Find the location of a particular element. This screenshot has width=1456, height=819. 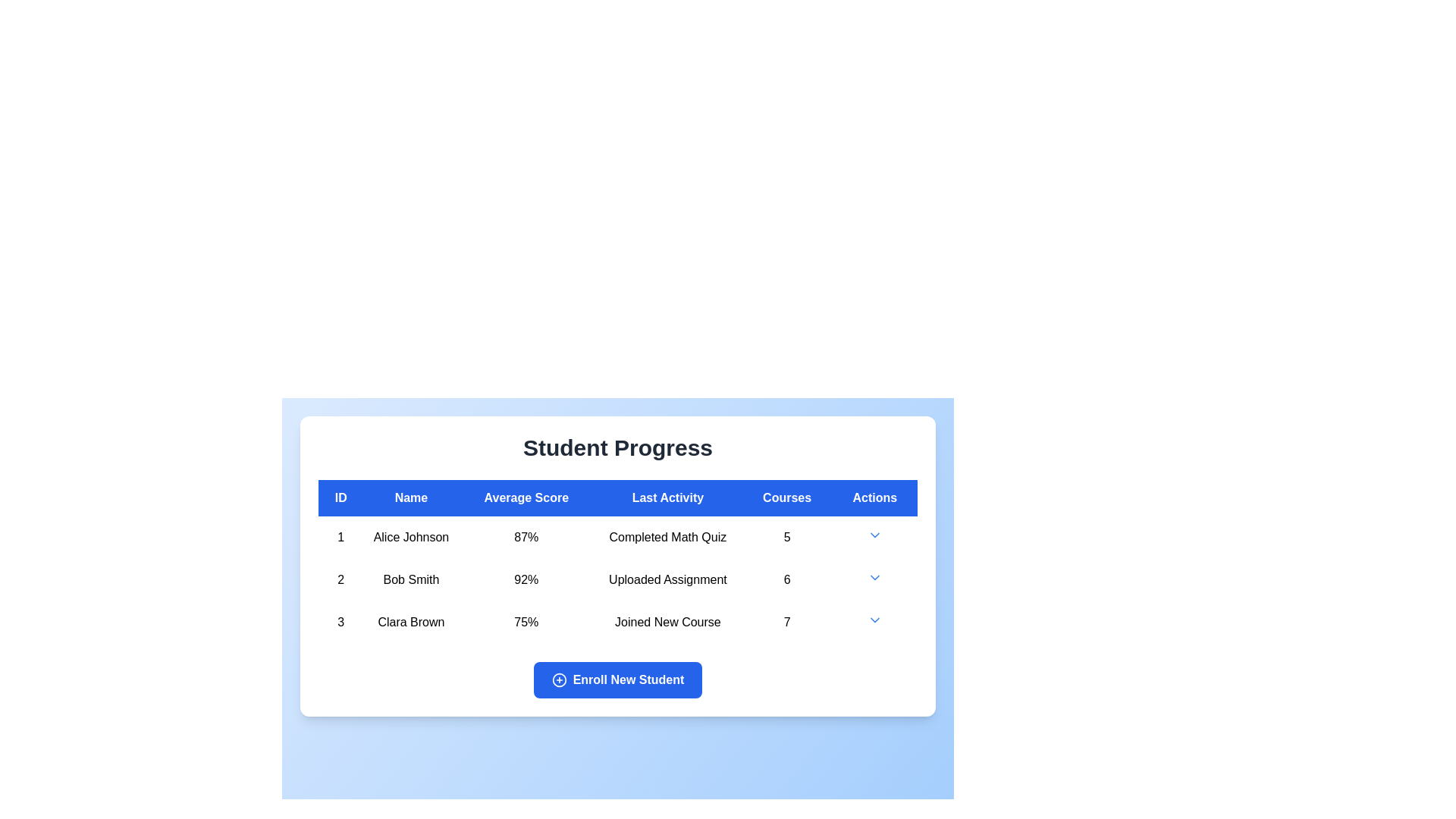

label of the first column header in the table, which indicates unique identifiers for each row is located at coordinates (340, 497).